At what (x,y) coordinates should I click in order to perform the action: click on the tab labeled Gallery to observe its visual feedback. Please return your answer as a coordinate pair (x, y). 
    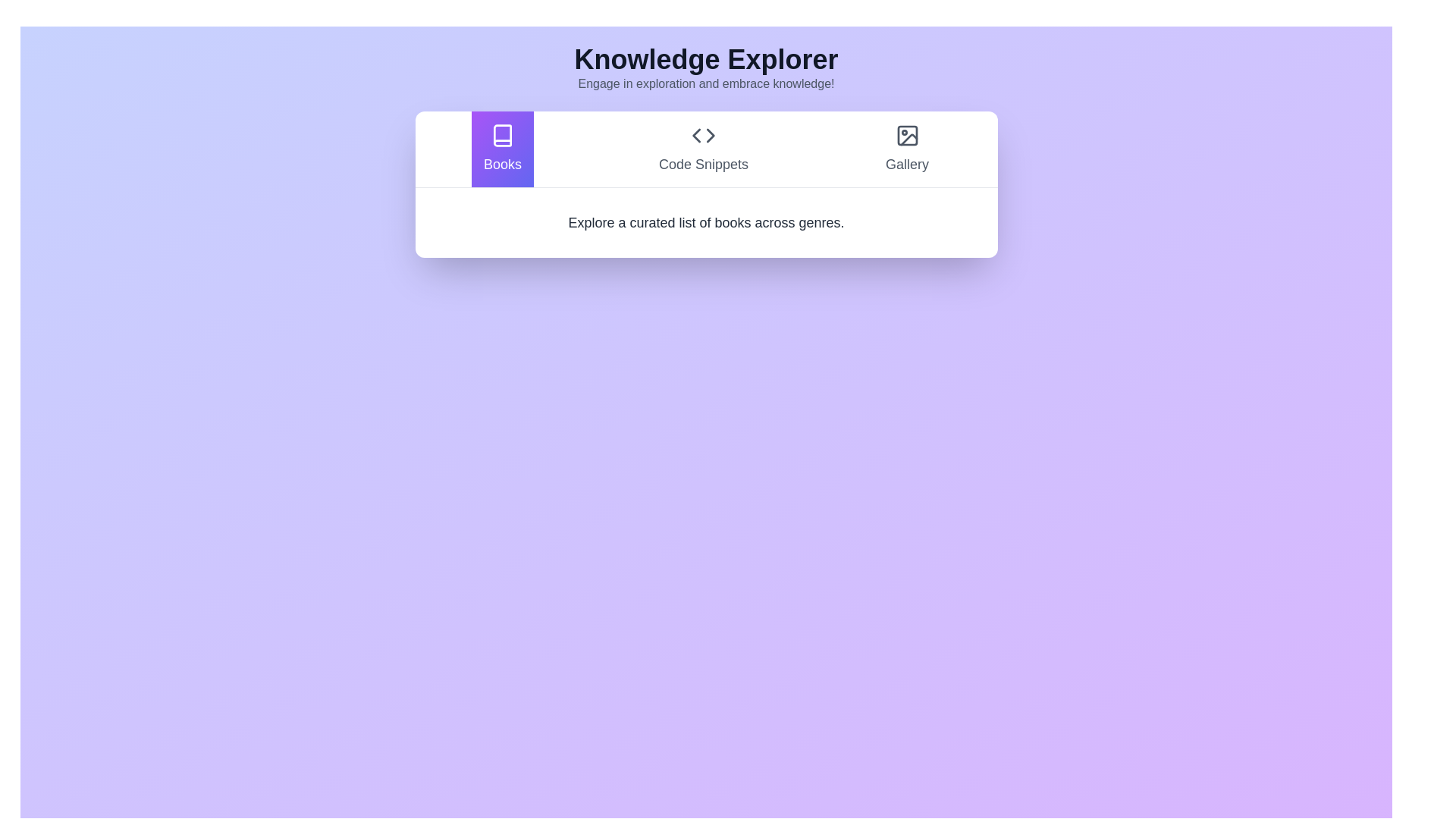
    Looking at the image, I should click on (907, 149).